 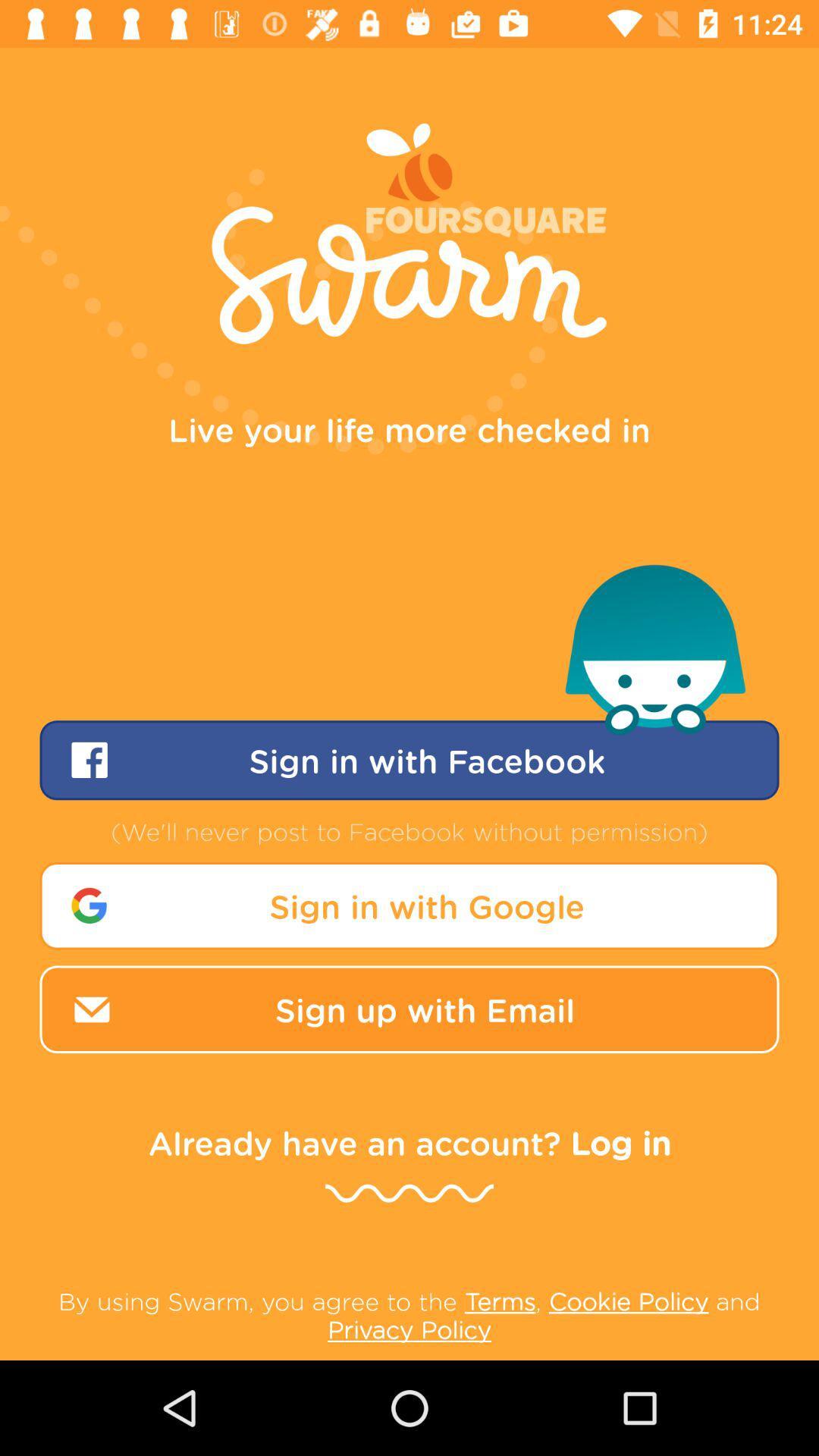 What do you see at coordinates (409, 1314) in the screenshot?
I see `by using swarm item` at bounding box center [409, 1314].